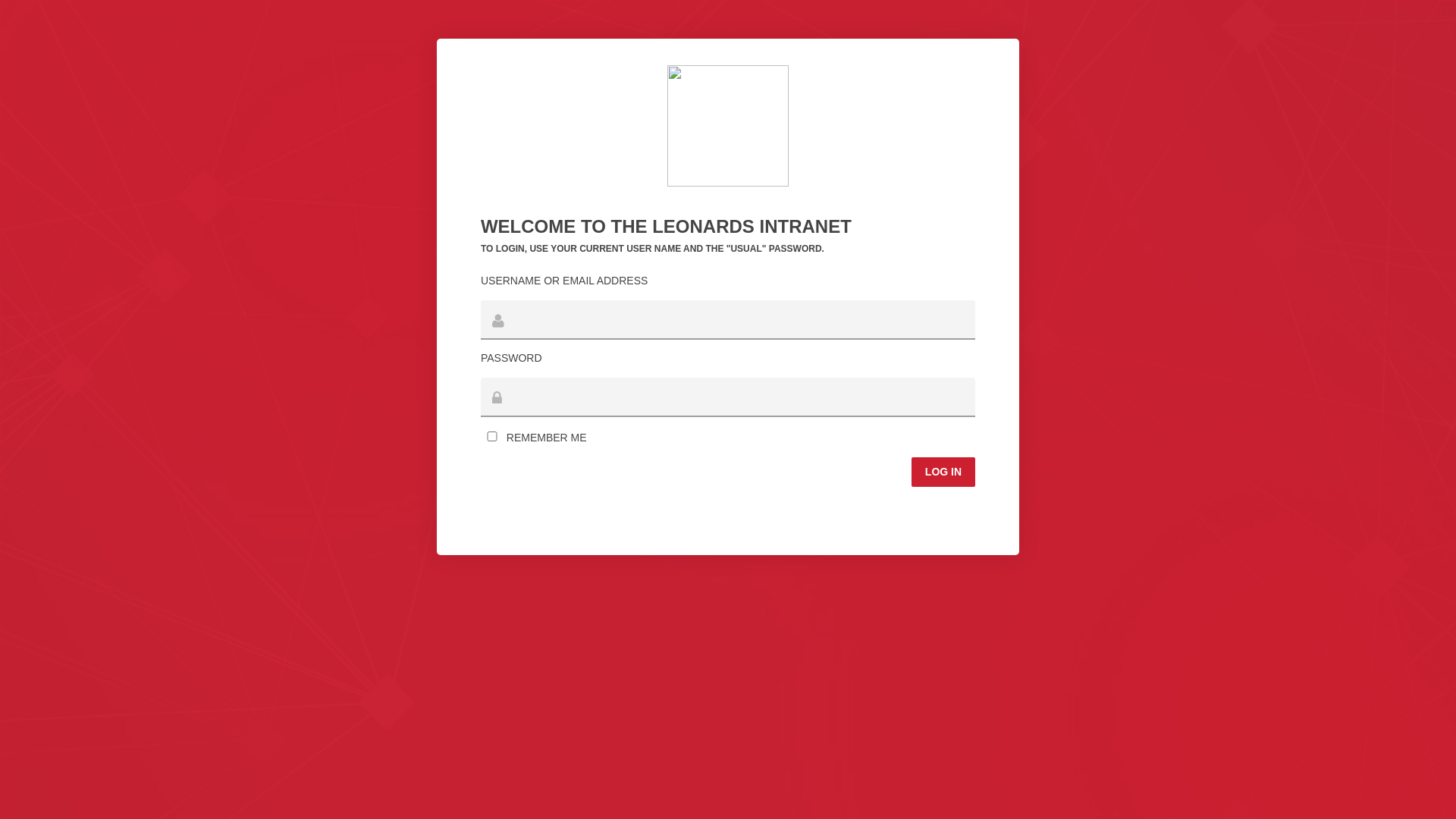 Image resolution: width=1456 pixels, height=819 pixels. What do you see at coordinates (942, 470) in the screenshot?
I see `'Log In'` at bounding box center [942, 470].